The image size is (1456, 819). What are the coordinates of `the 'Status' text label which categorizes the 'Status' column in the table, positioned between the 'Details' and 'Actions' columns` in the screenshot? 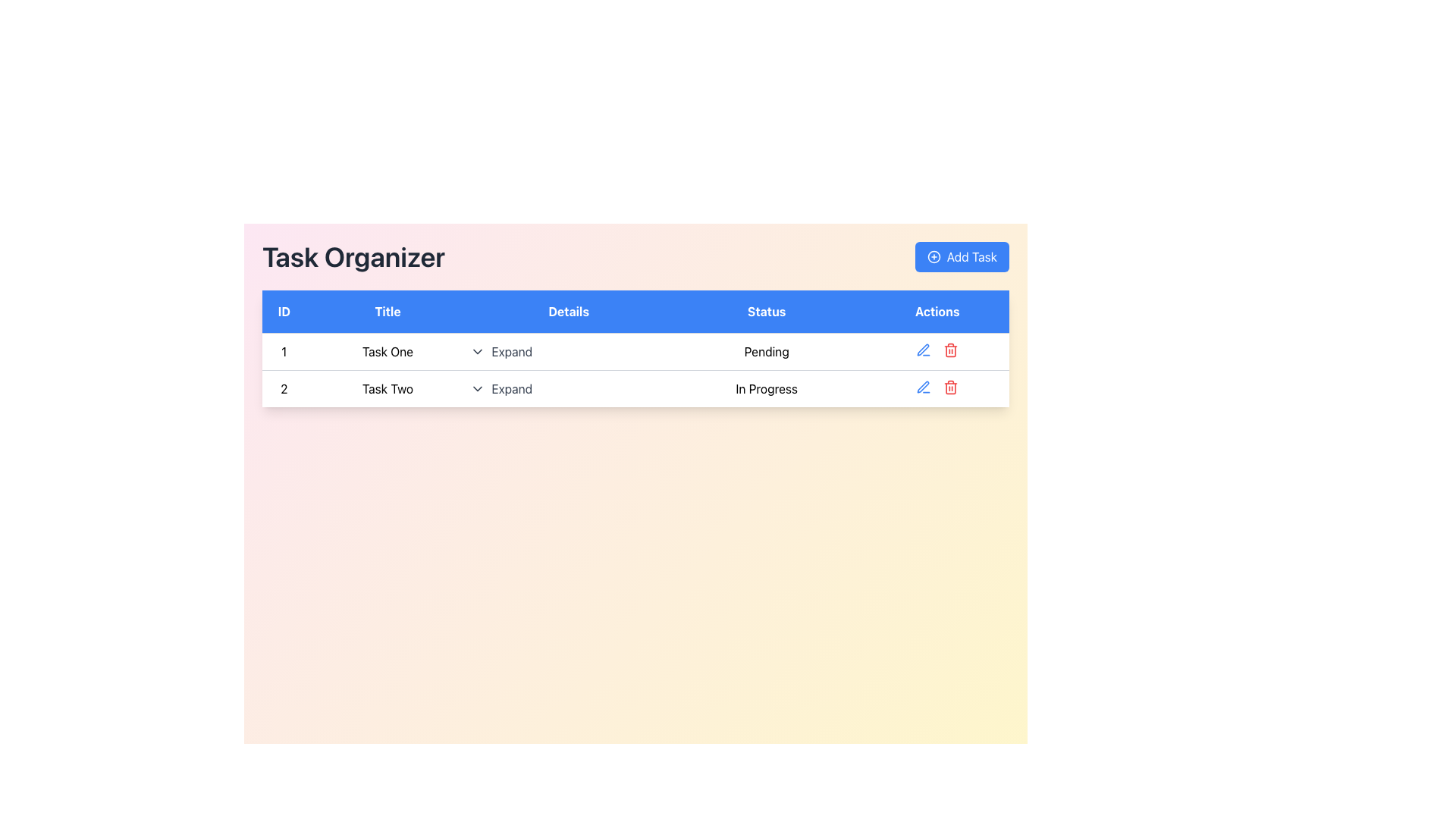 It's located at (767, 311).